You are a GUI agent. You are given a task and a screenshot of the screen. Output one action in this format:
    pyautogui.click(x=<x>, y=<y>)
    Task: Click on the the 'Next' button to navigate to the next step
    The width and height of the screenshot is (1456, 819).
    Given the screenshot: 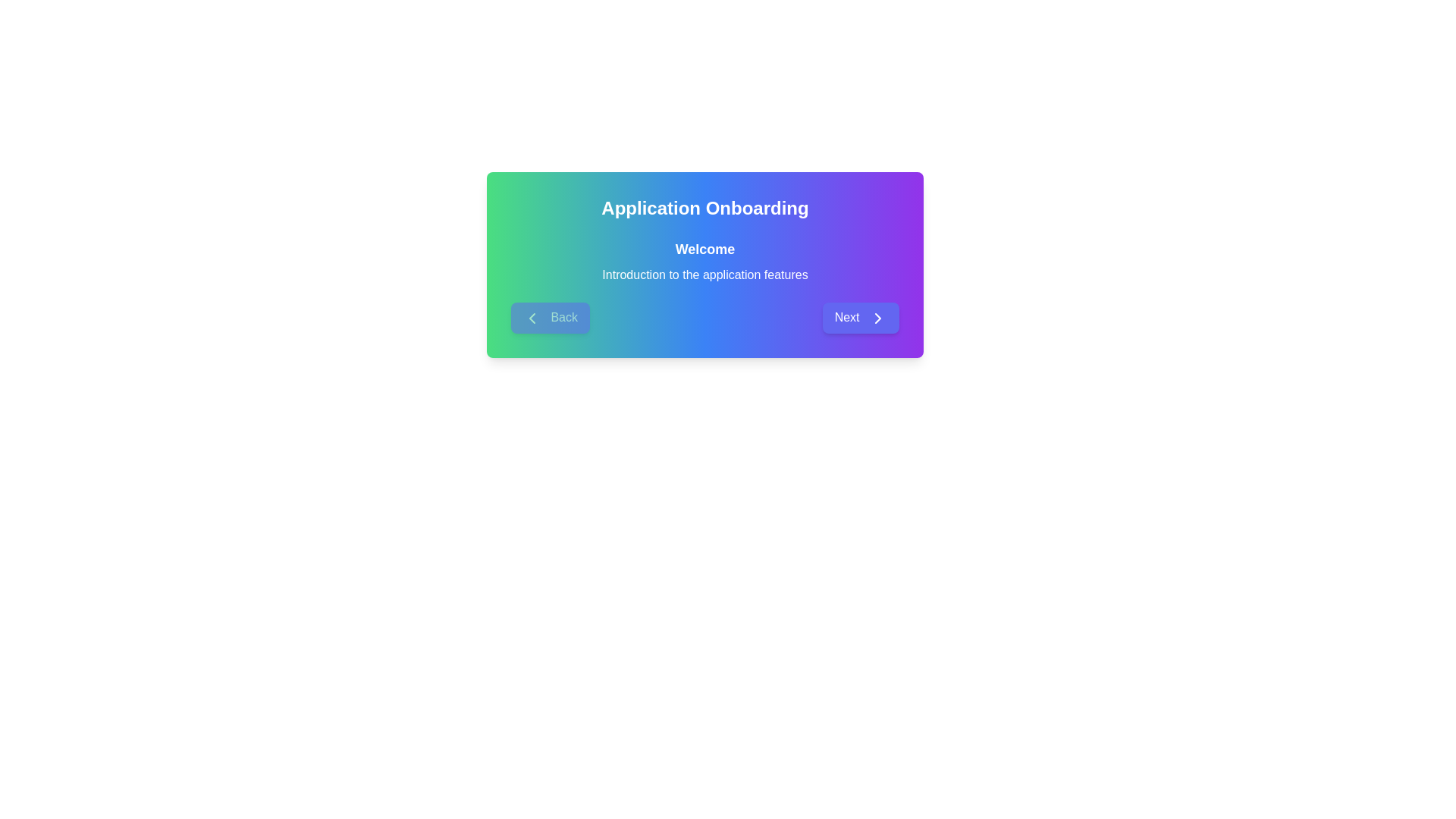 What is the action you would take?
    pyautogui.click(x=860, y=317)
    